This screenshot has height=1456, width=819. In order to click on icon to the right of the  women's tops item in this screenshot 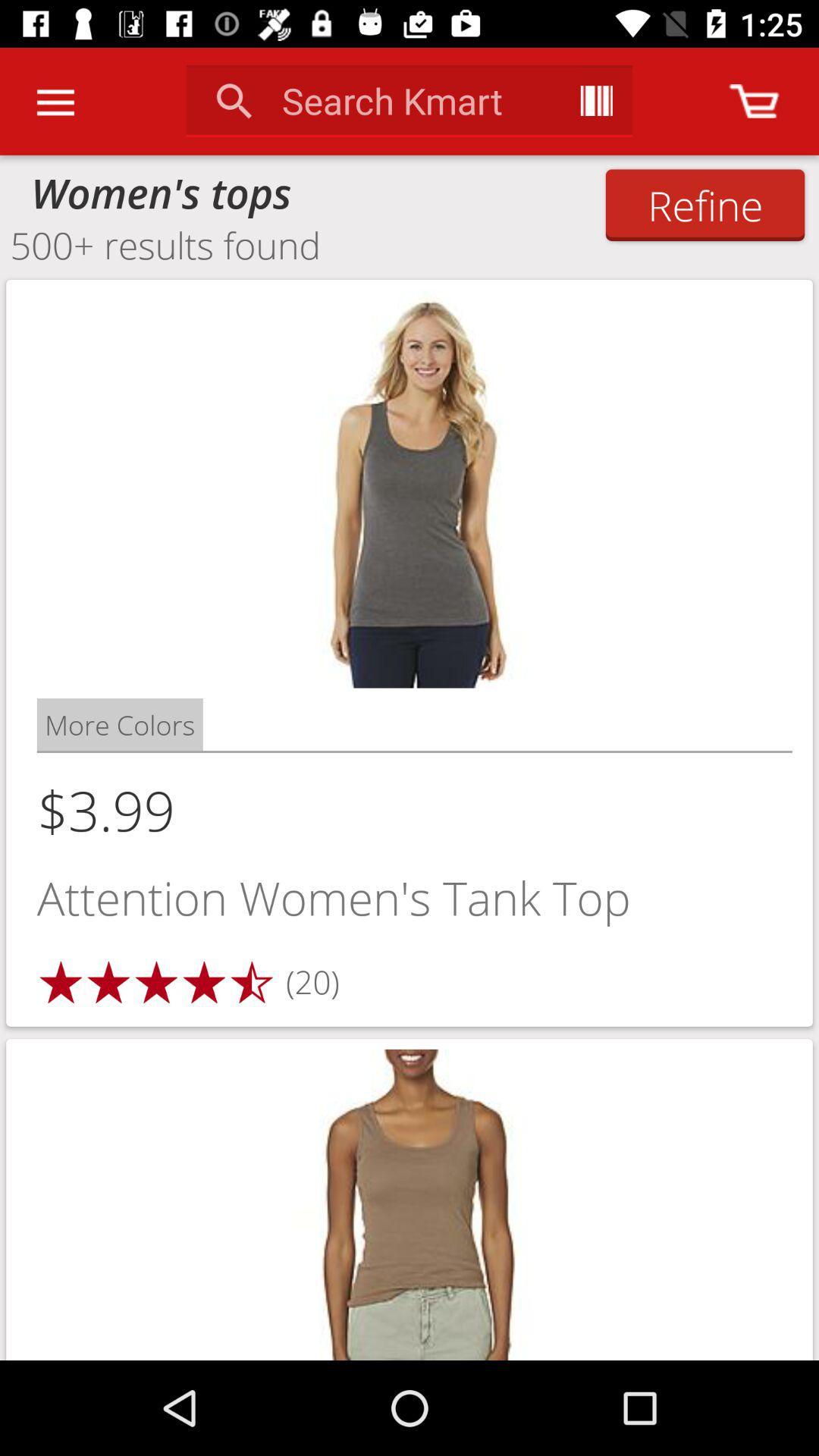, I will do `click(704, 204)`.